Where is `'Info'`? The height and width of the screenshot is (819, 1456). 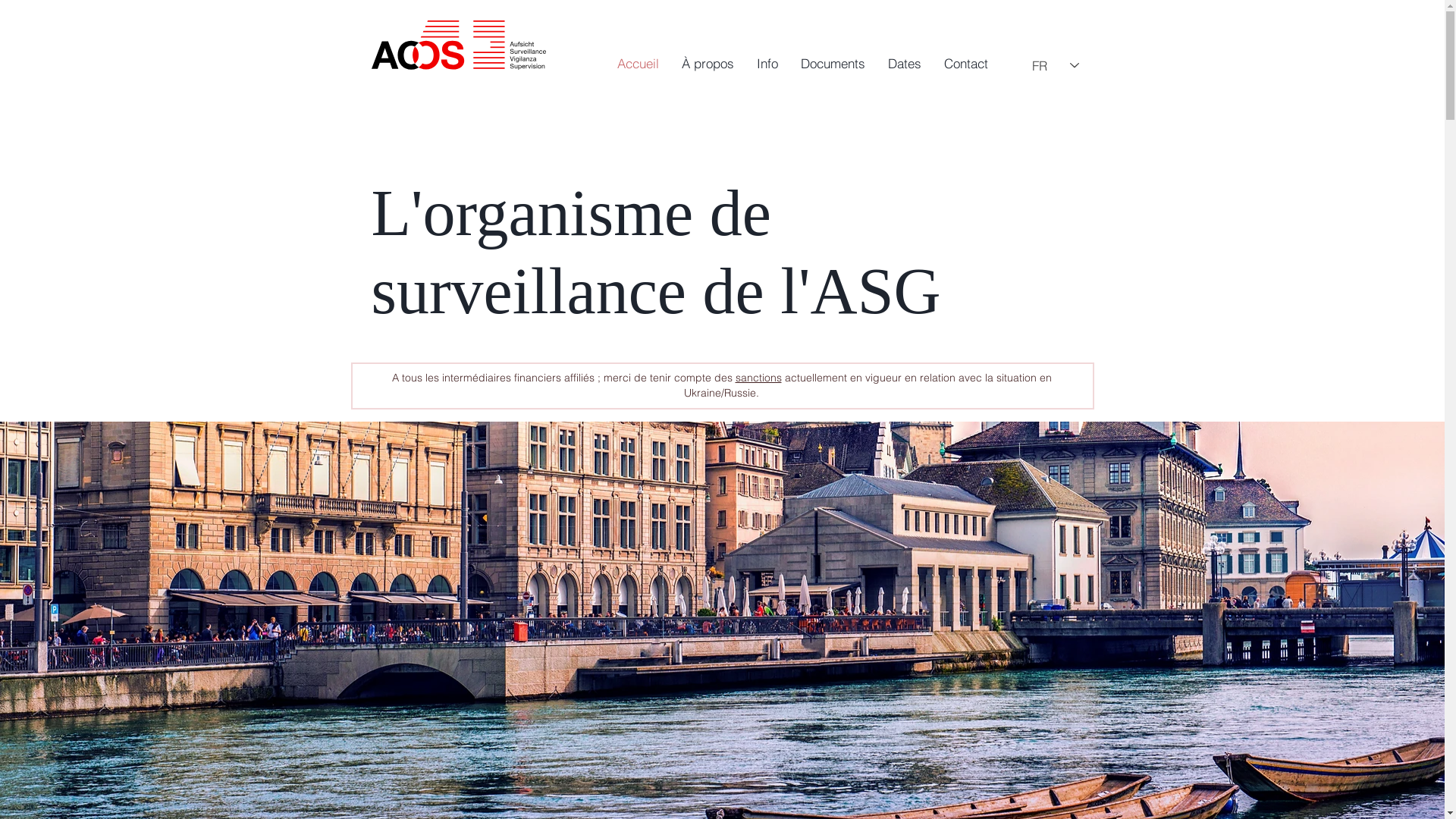 'Info' is located at coordinates (745, 63).